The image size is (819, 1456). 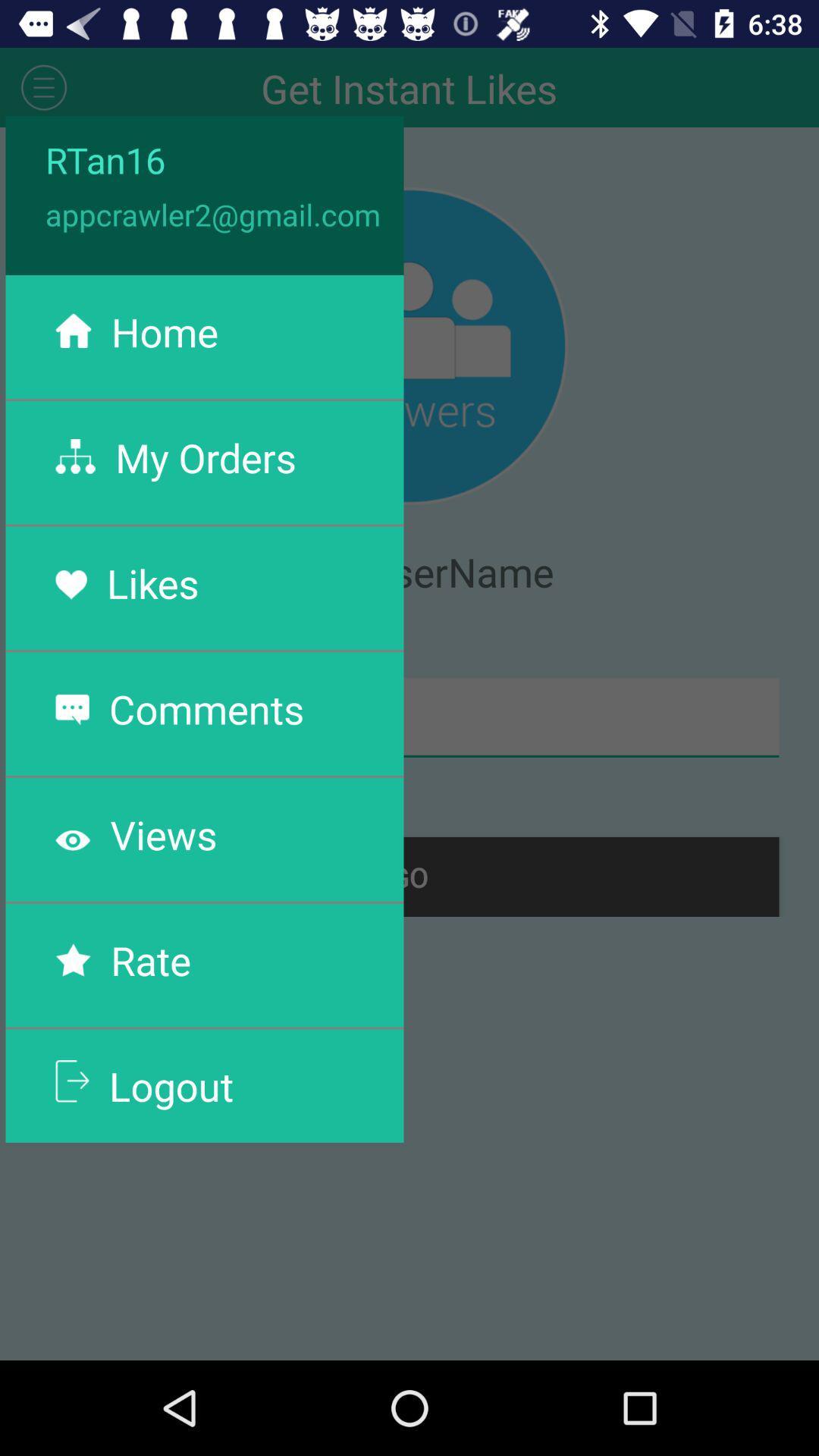 What do you see at coordinates (206, 457) in the screenshot?
I see `the my orders item` at bounding box center [206, 457].